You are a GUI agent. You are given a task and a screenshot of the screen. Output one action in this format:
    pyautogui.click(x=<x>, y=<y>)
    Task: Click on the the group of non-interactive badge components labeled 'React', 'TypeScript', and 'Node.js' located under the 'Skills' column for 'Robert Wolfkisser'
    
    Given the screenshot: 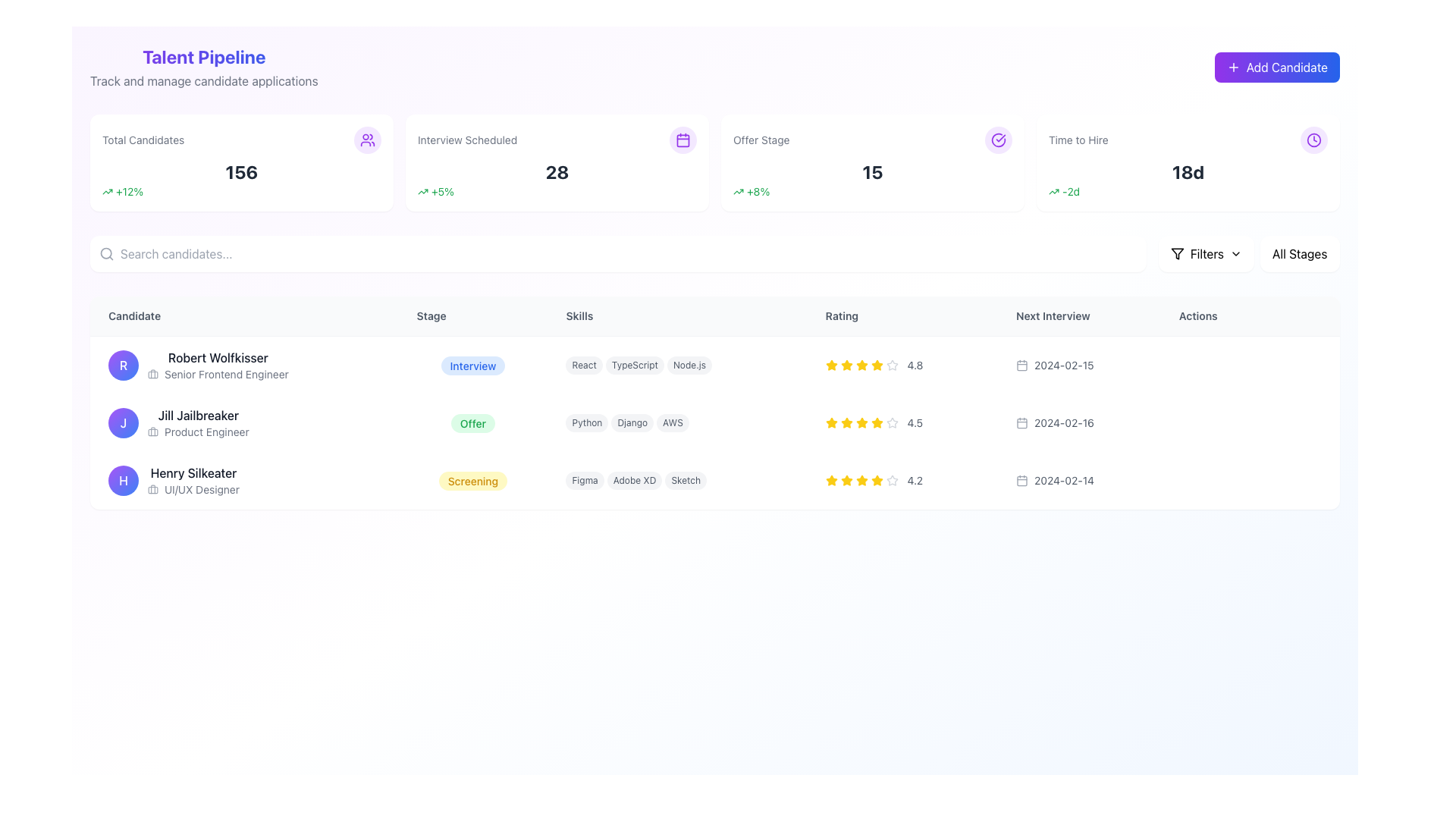 What is the action you would take?
    pyautogui.click(x=676, y=366)
    